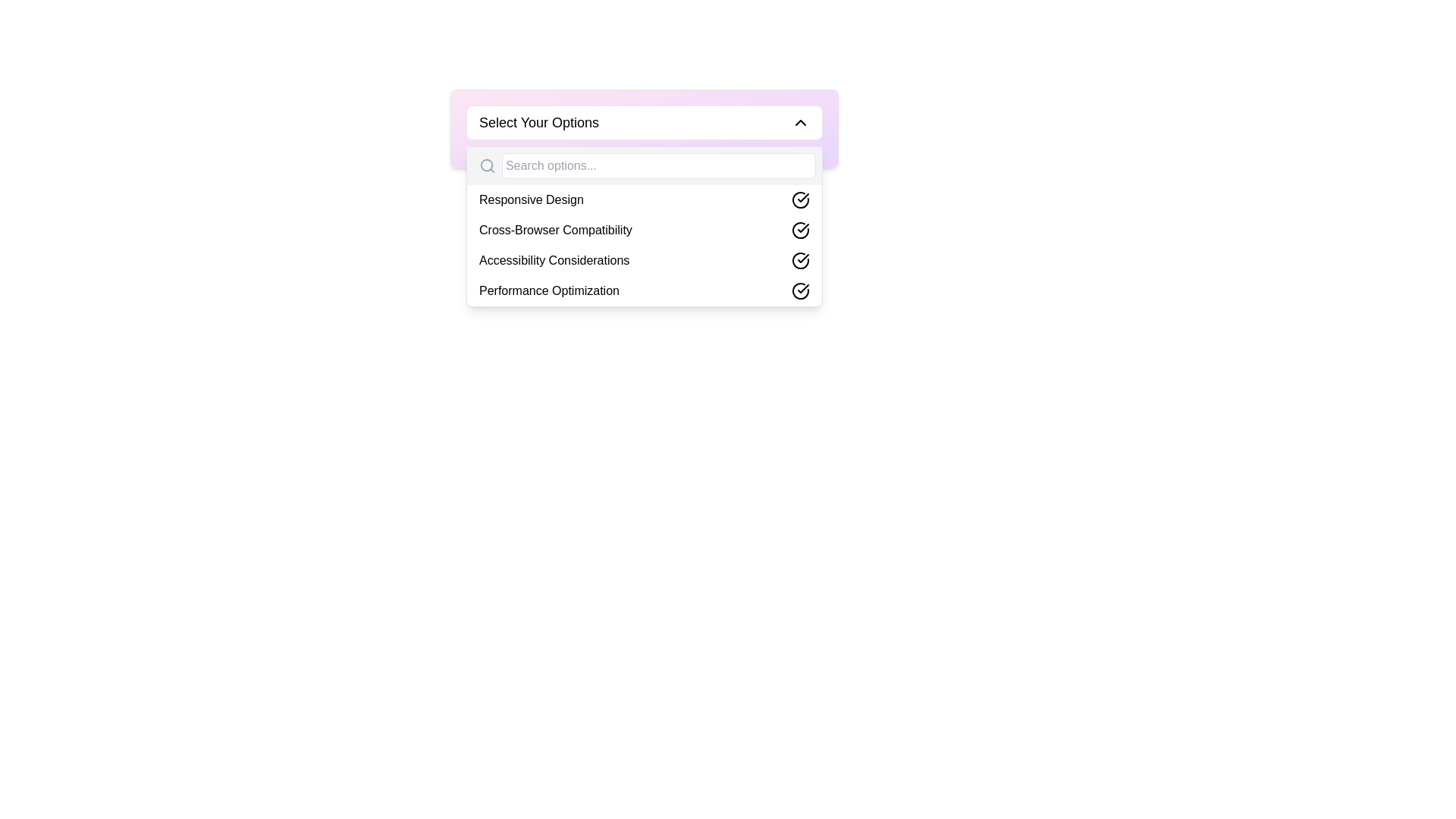 This screenshot has width=1456, height=819. I want to click on the Dropdown button that displays 'Select Your Options', so click(644, 122).